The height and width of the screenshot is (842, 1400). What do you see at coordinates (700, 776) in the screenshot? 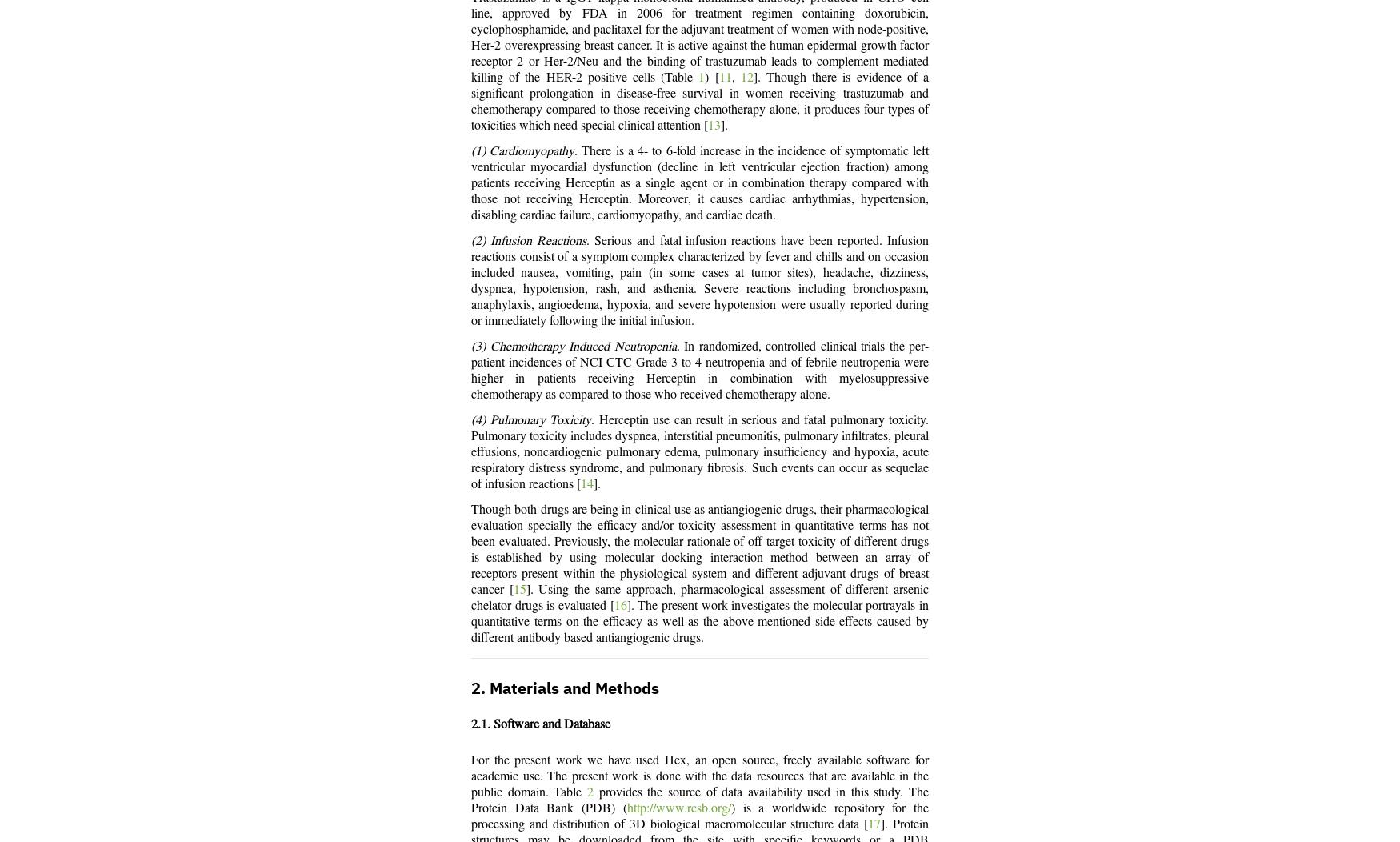
I see `'For the present work we have used Hex, an open source, freely available software for academic use. The present work is done with the data resources that are available in the public domain. Table'` at bounding box center [700, 776].